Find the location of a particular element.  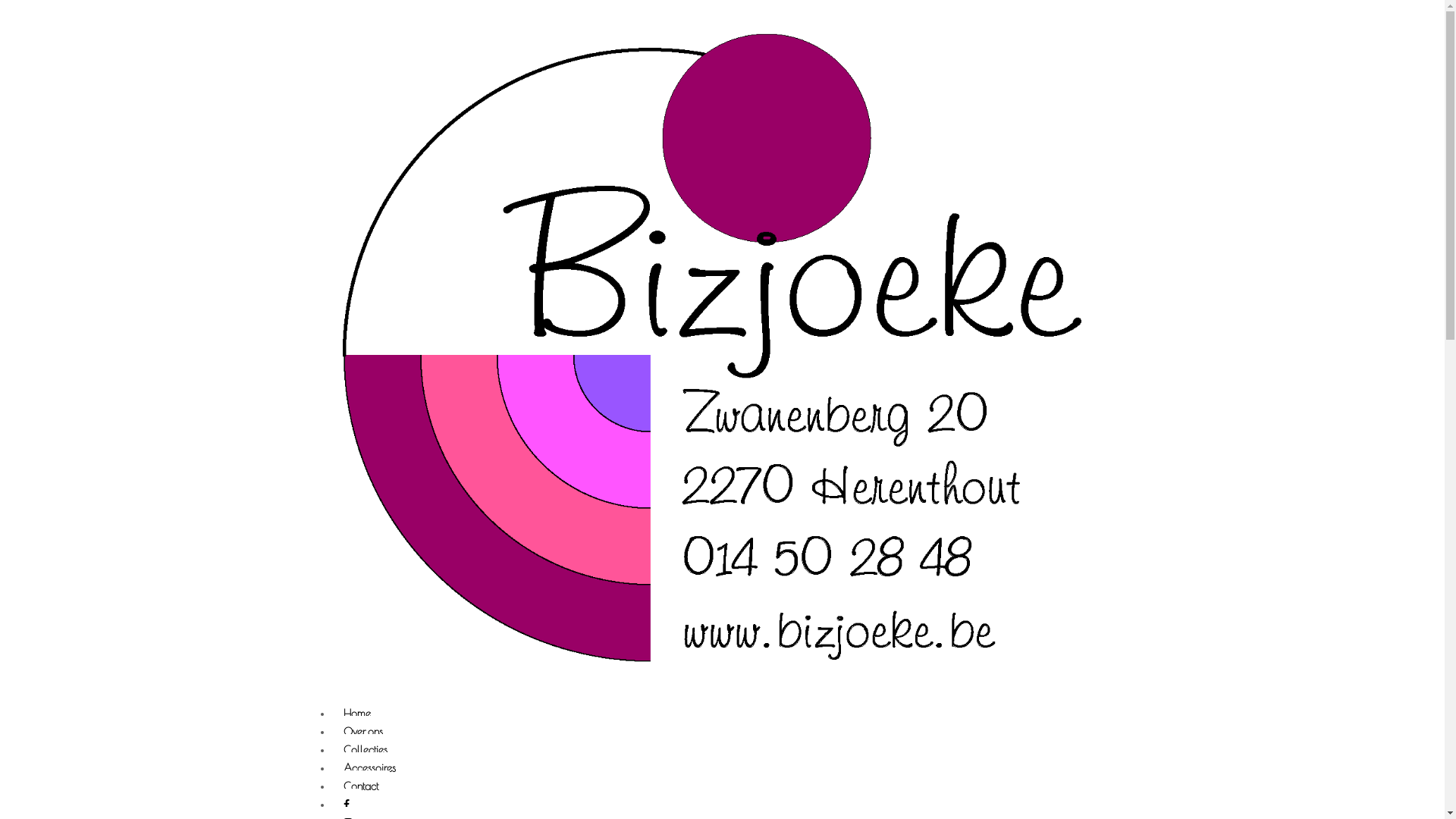

'Collecties' is located at coordinates (331, 751).